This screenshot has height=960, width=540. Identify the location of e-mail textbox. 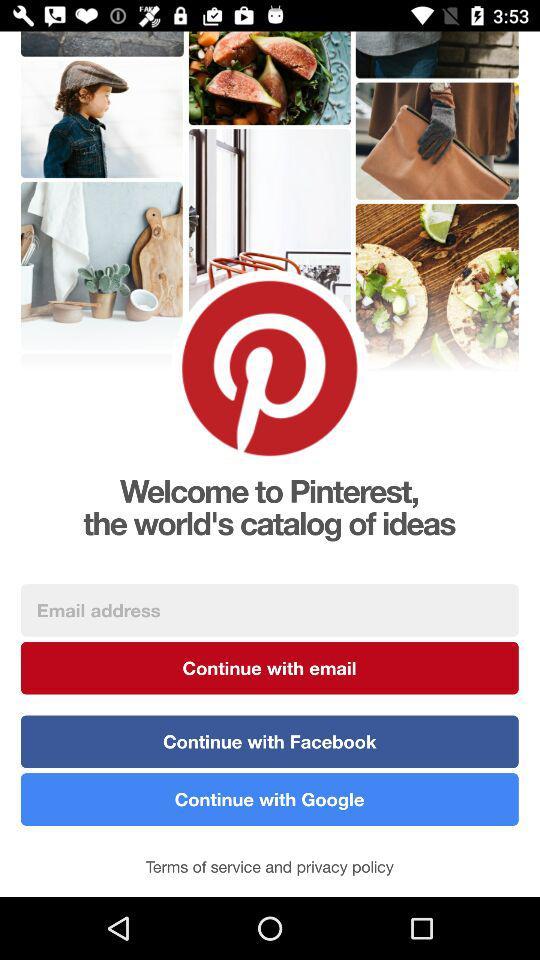
(269, 609).